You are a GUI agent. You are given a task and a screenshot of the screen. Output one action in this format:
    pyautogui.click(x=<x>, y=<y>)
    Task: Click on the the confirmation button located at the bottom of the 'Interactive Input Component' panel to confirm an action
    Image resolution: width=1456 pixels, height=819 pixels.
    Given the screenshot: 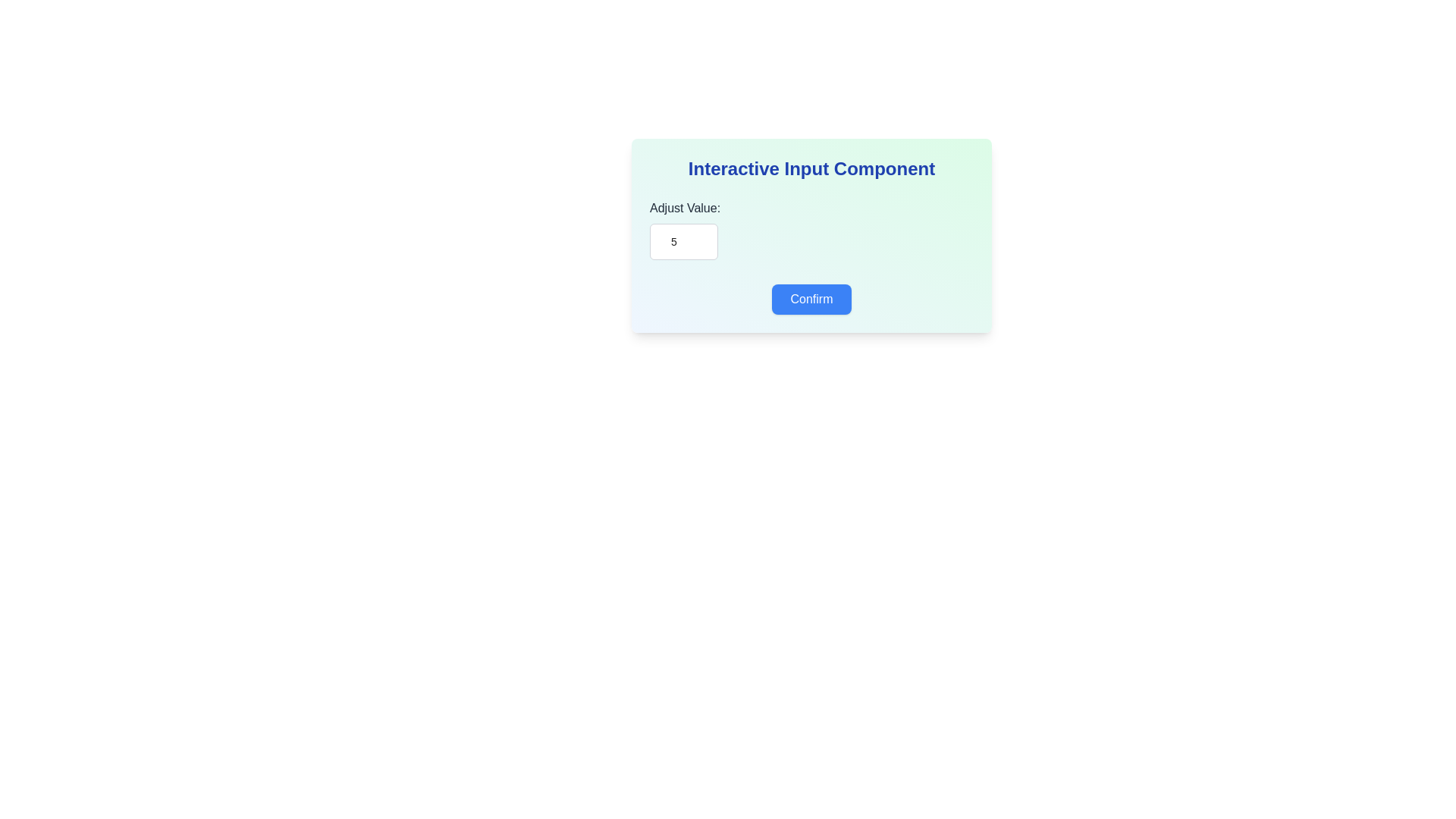 What is the action you would take?
    pyautogui.click(x=811, y=299)
    